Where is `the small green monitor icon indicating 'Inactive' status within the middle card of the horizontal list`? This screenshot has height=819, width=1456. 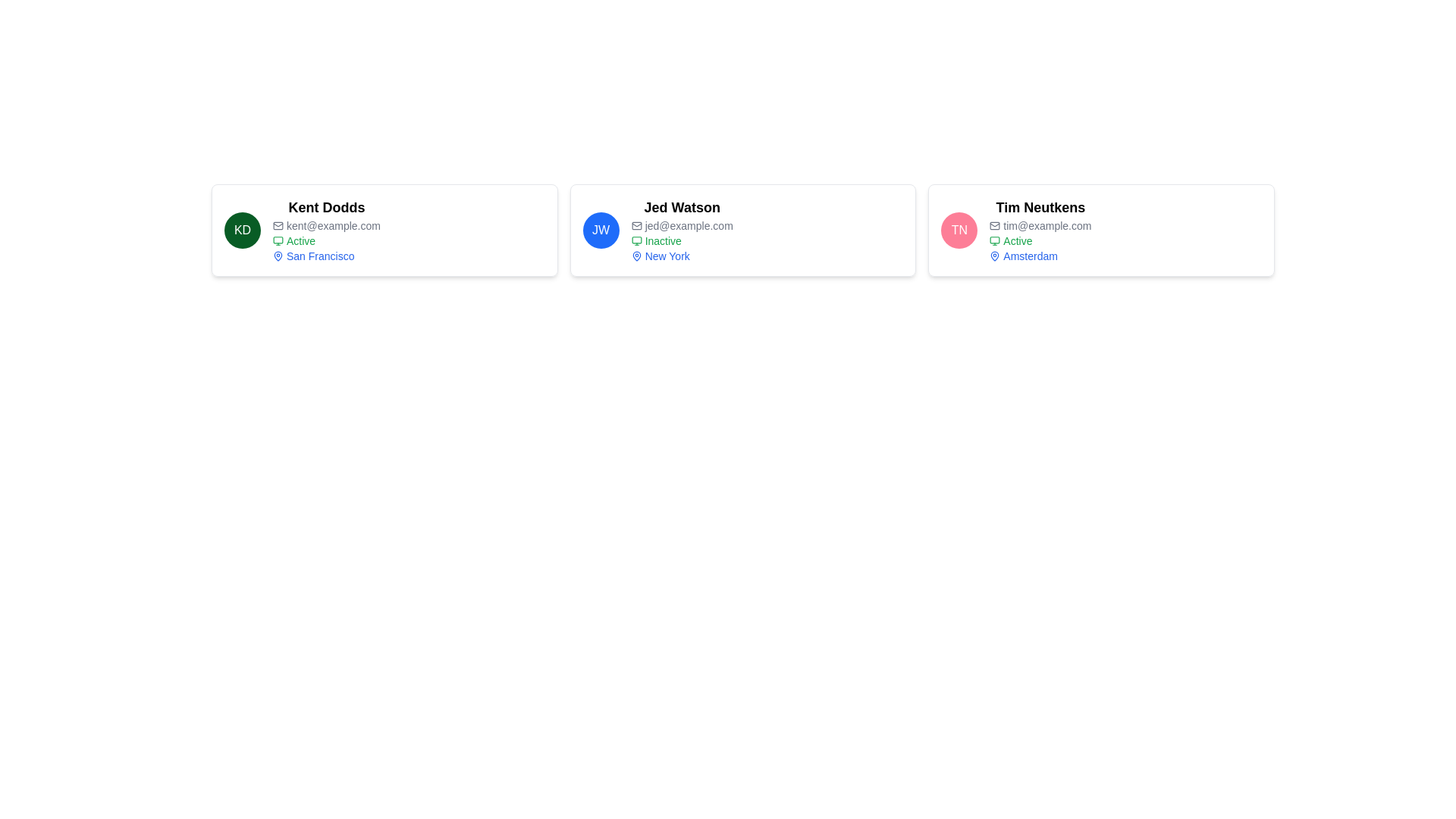 the small green monitor icon indicating 'Inactive' status within the middle card of the horizontal list is located at coordinates (636, 240).